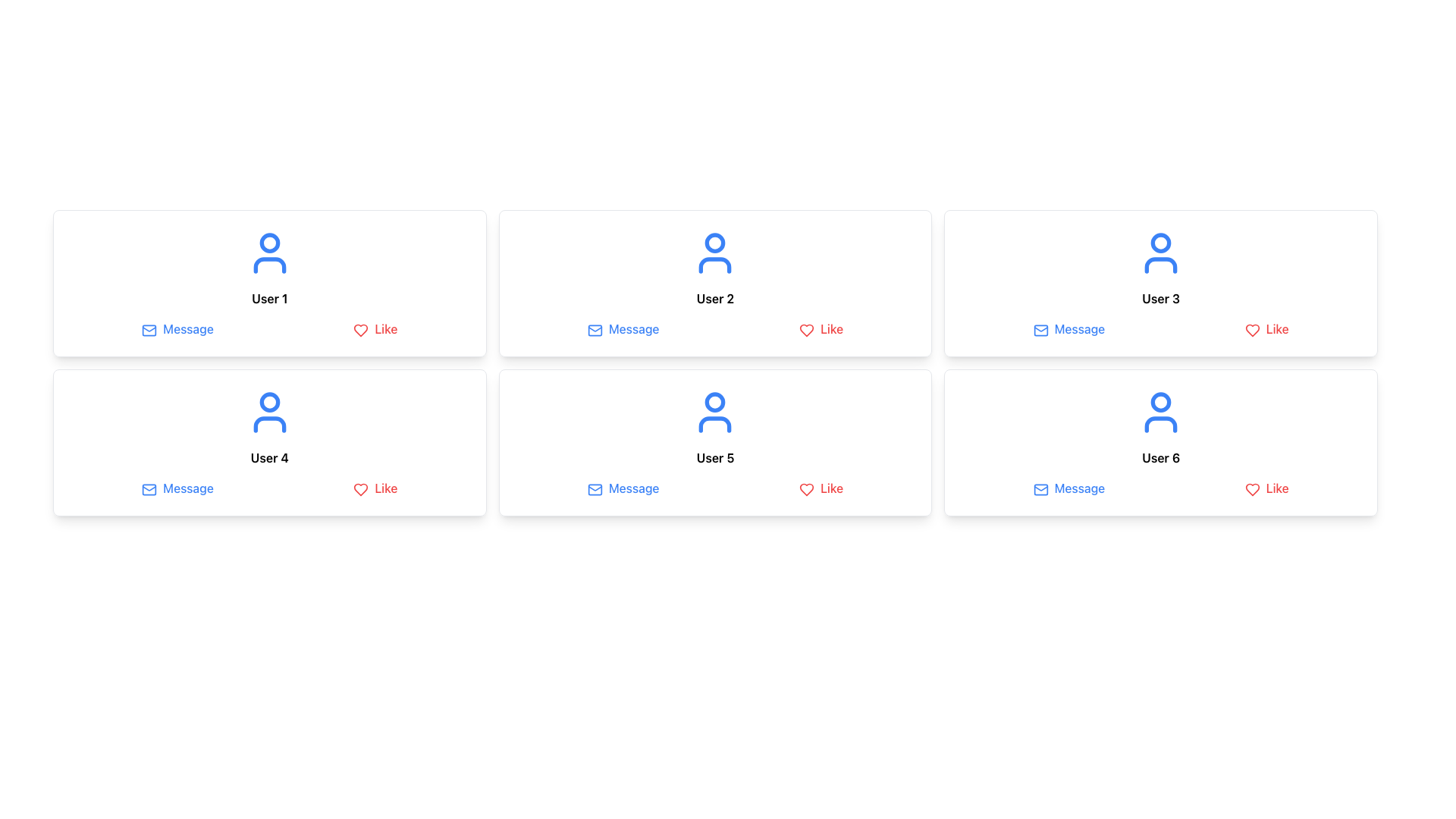 The image size is (1456, 819). What do you see at coordinates (360, 489) in the screenshot?
I see `the 'Like' icon located in the second row, first column of the grid layout, within the card component for 'User 4'` at bounding box center [360, 489].